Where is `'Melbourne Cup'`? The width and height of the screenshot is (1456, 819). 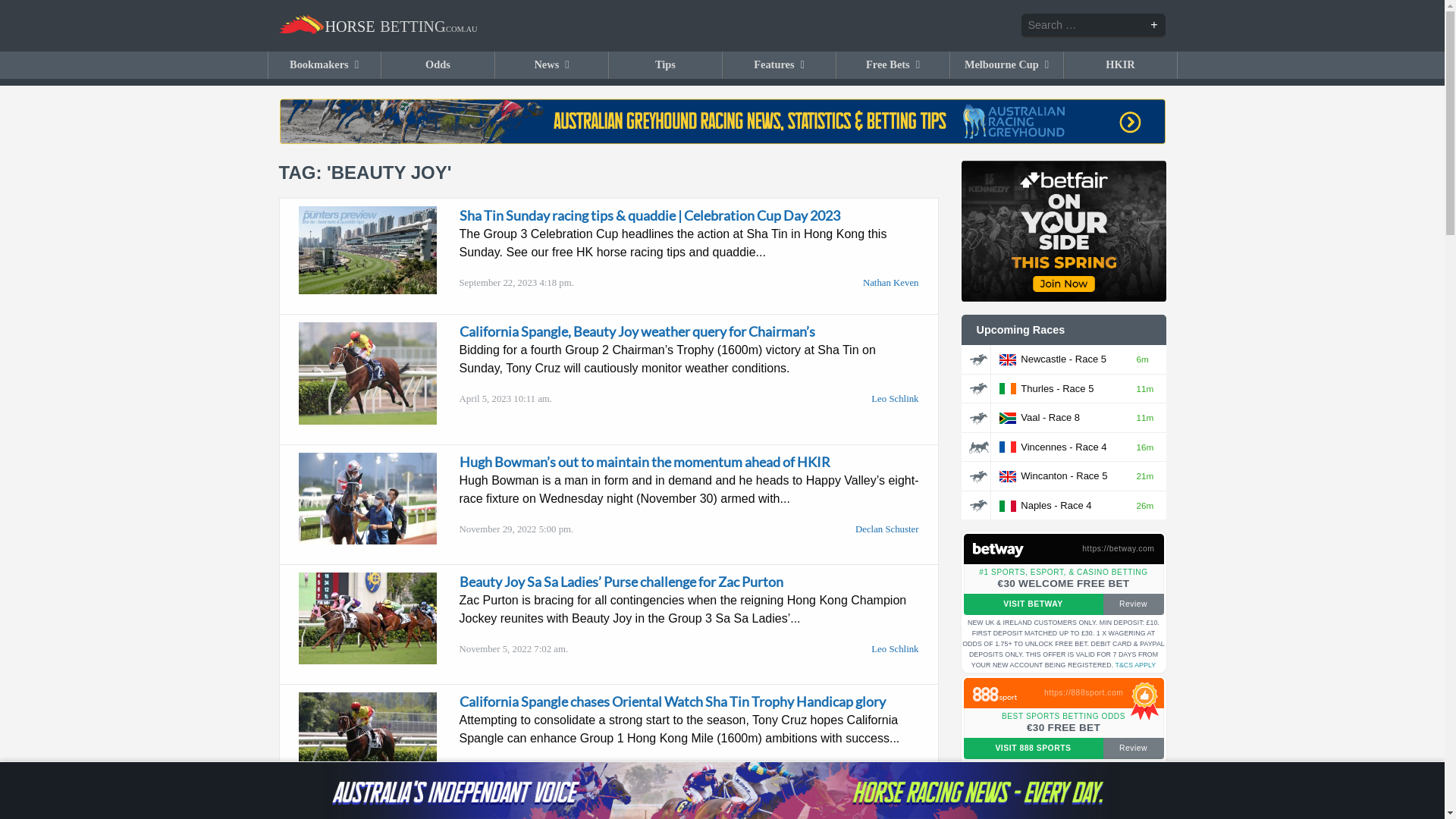 'Melbourne Cup' is located at coordinates (949, 64).